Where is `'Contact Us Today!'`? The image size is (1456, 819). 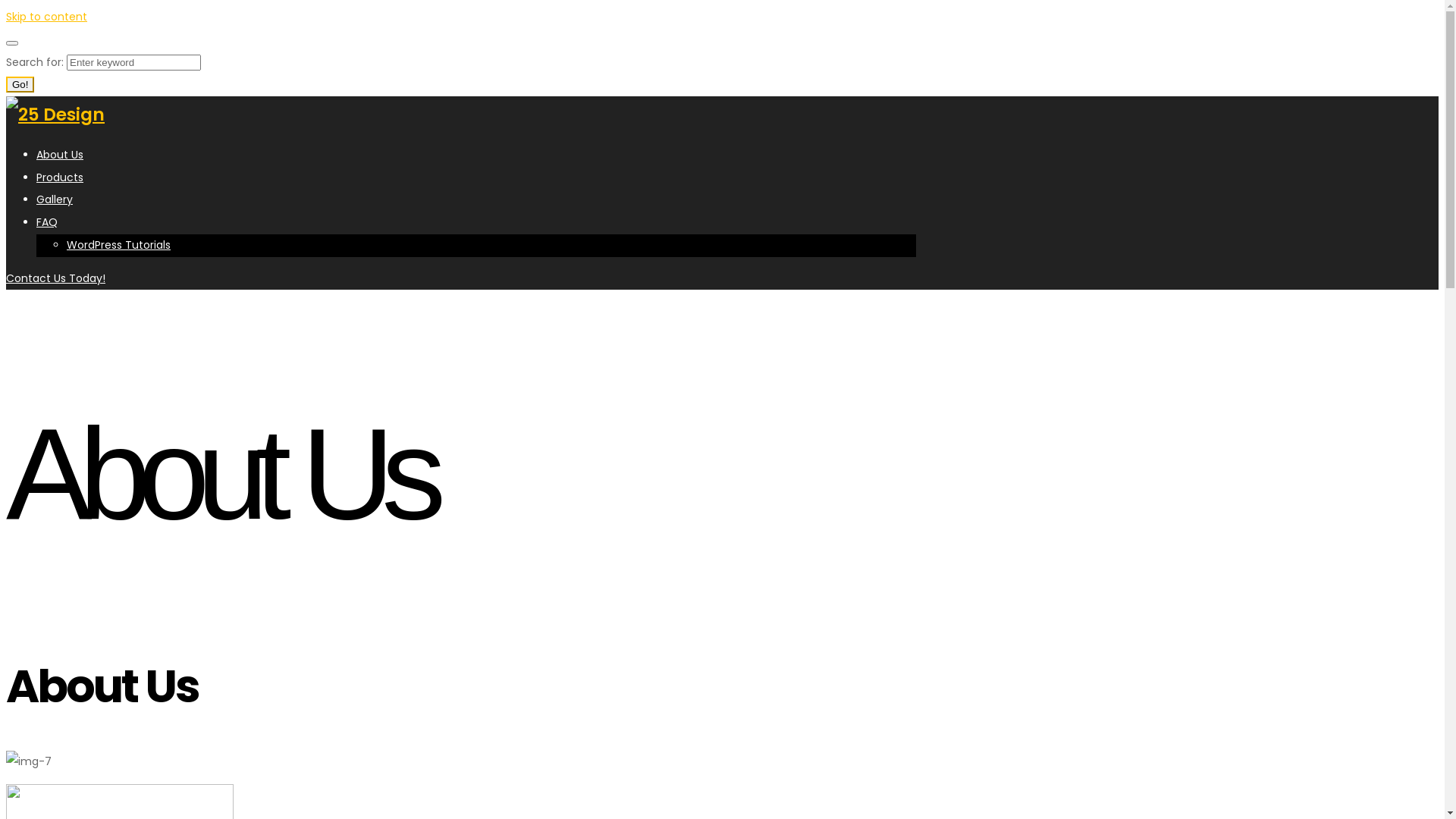
'Contact Us Today!' is located at coordinates (55, 278).